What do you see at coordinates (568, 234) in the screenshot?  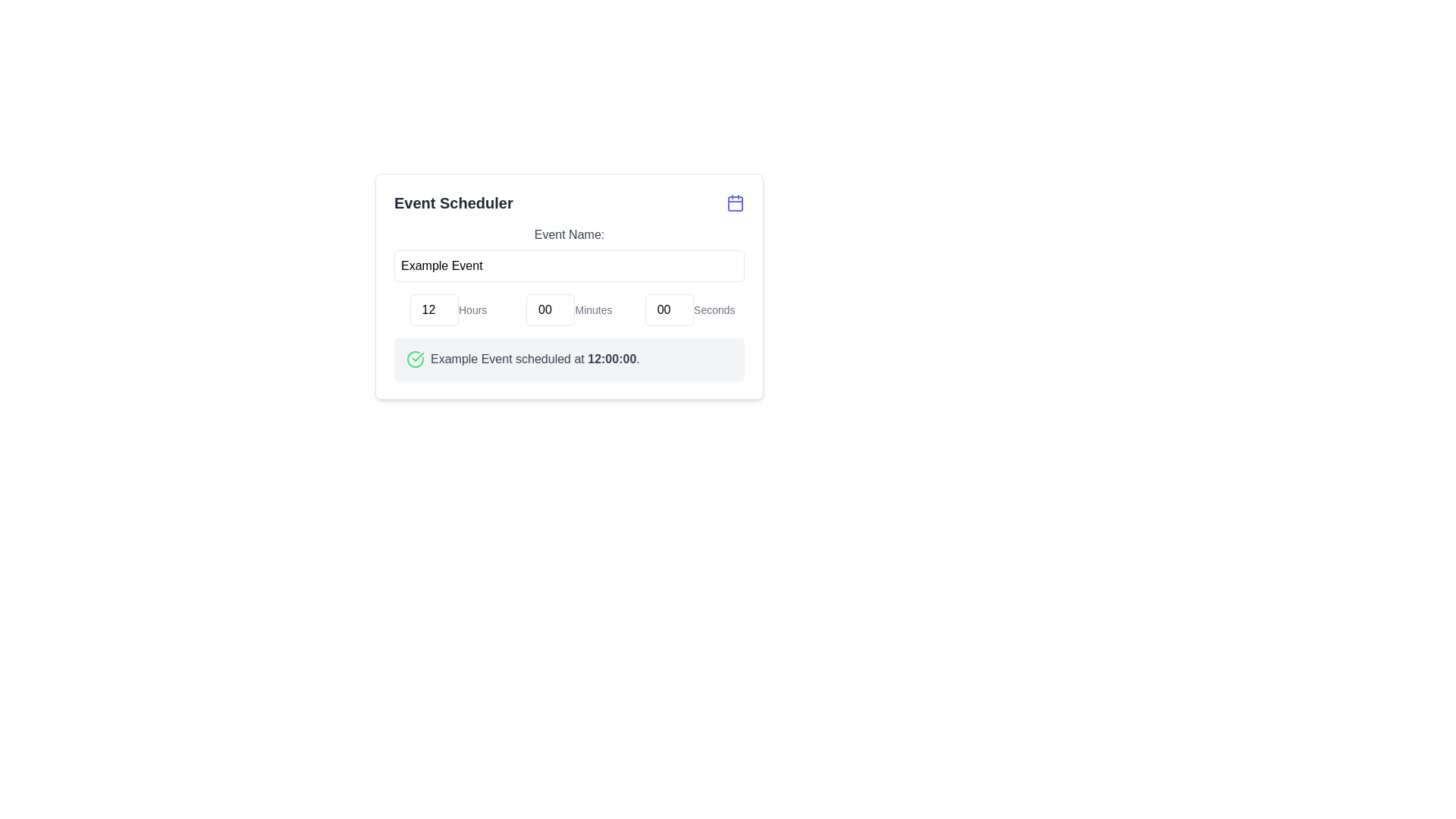 I see `the text label reading 'Event Name:' which is styled in gray color and positioned above the text input field` at bounding box center [568, 234].